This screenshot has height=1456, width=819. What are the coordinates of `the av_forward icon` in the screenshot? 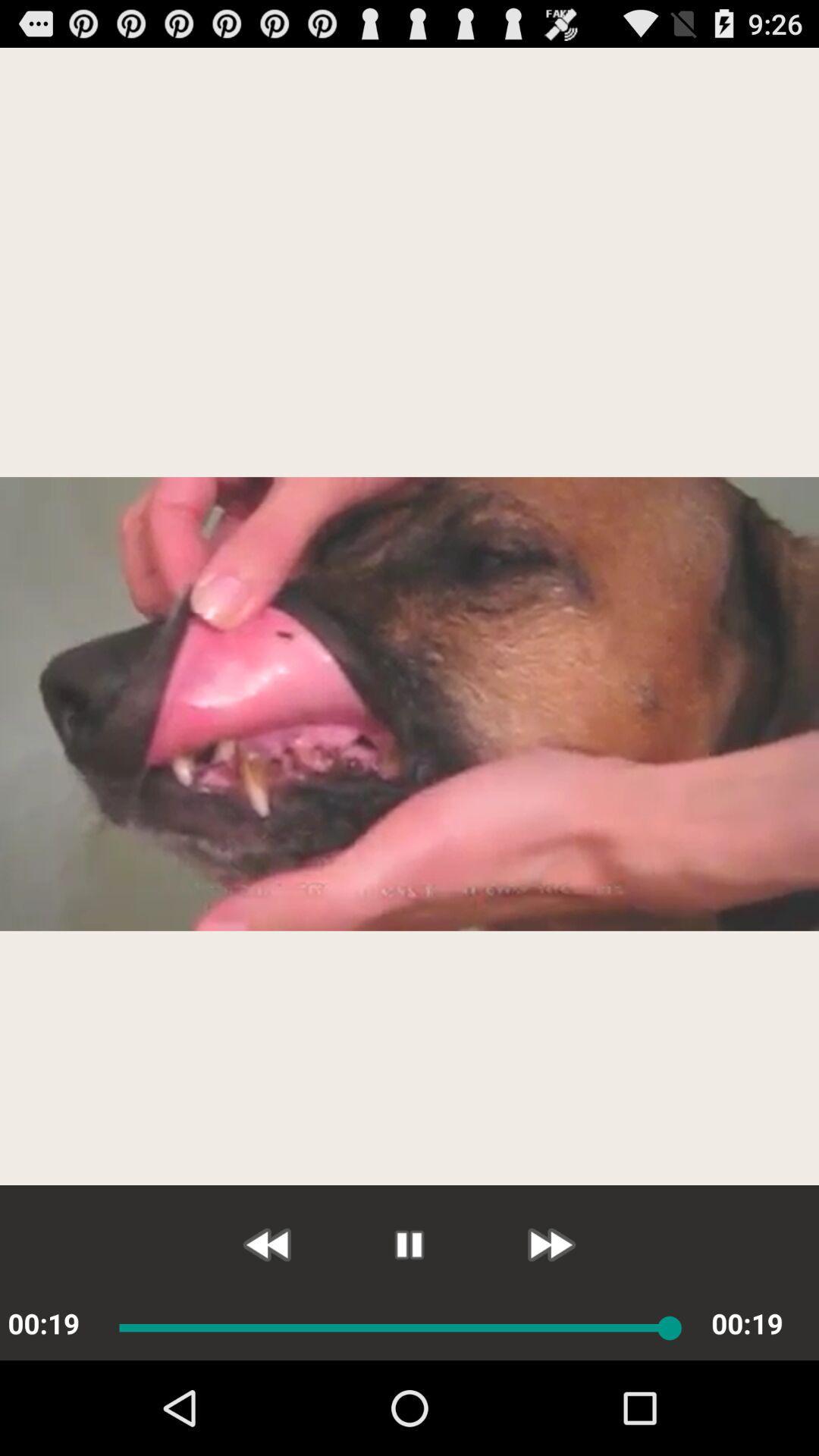 It's located at (551, 1331).